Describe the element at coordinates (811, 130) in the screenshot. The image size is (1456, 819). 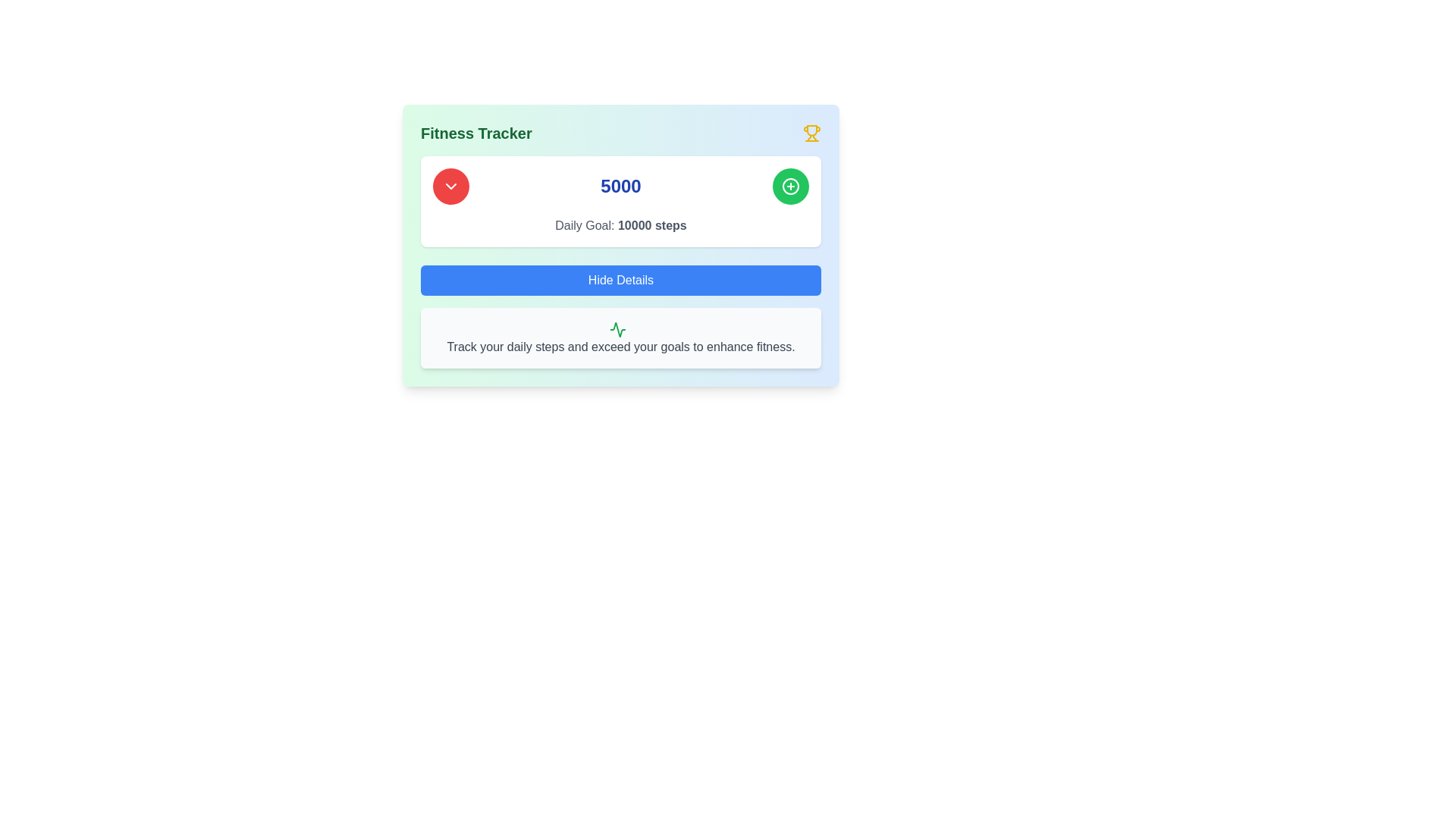
I see `the achievement icon located in the upper-right corner of the application, which represents rewards or notable features` at that location.